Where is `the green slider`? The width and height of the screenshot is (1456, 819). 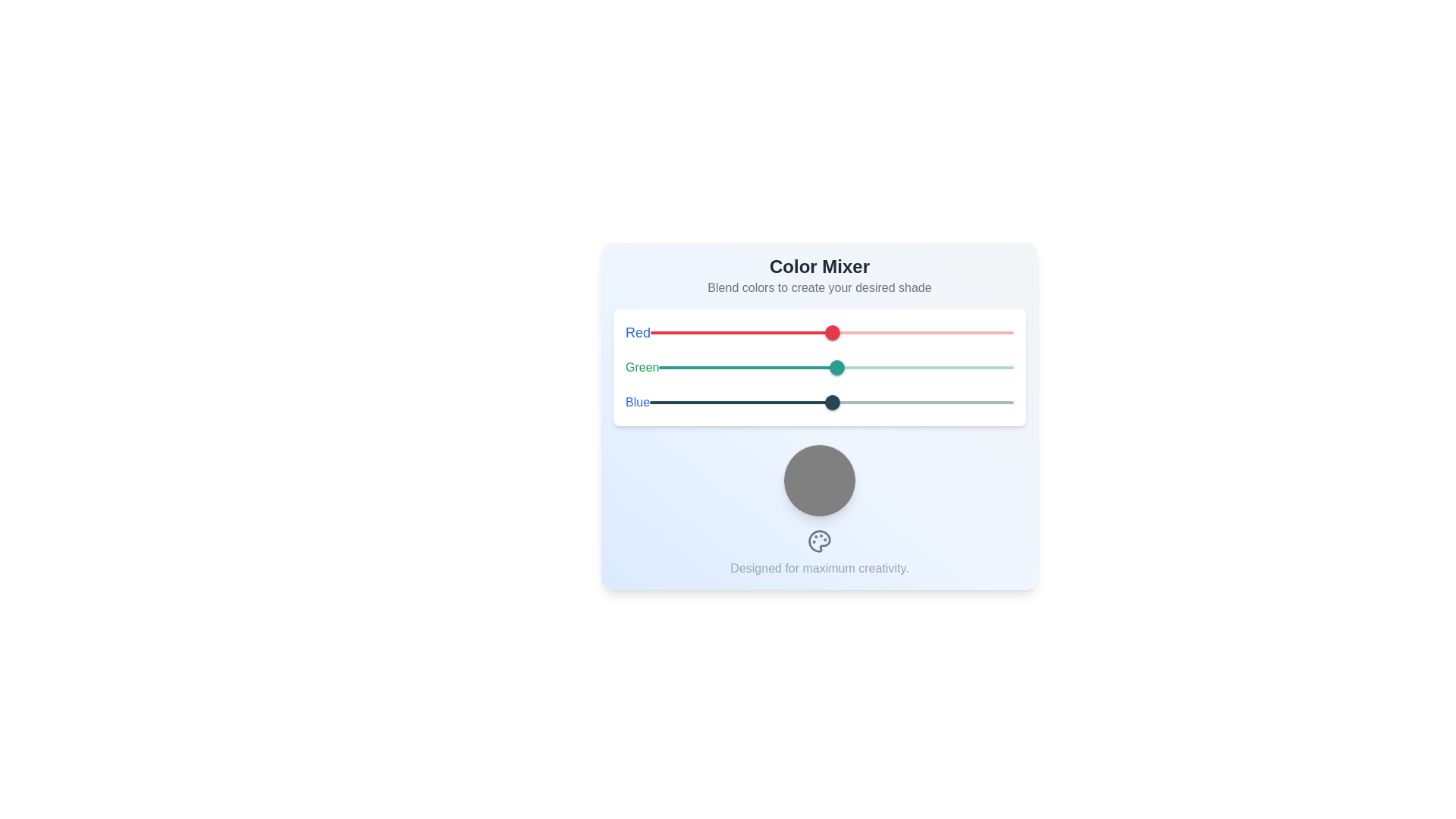 the green slider is located at coordinates (761, 368).